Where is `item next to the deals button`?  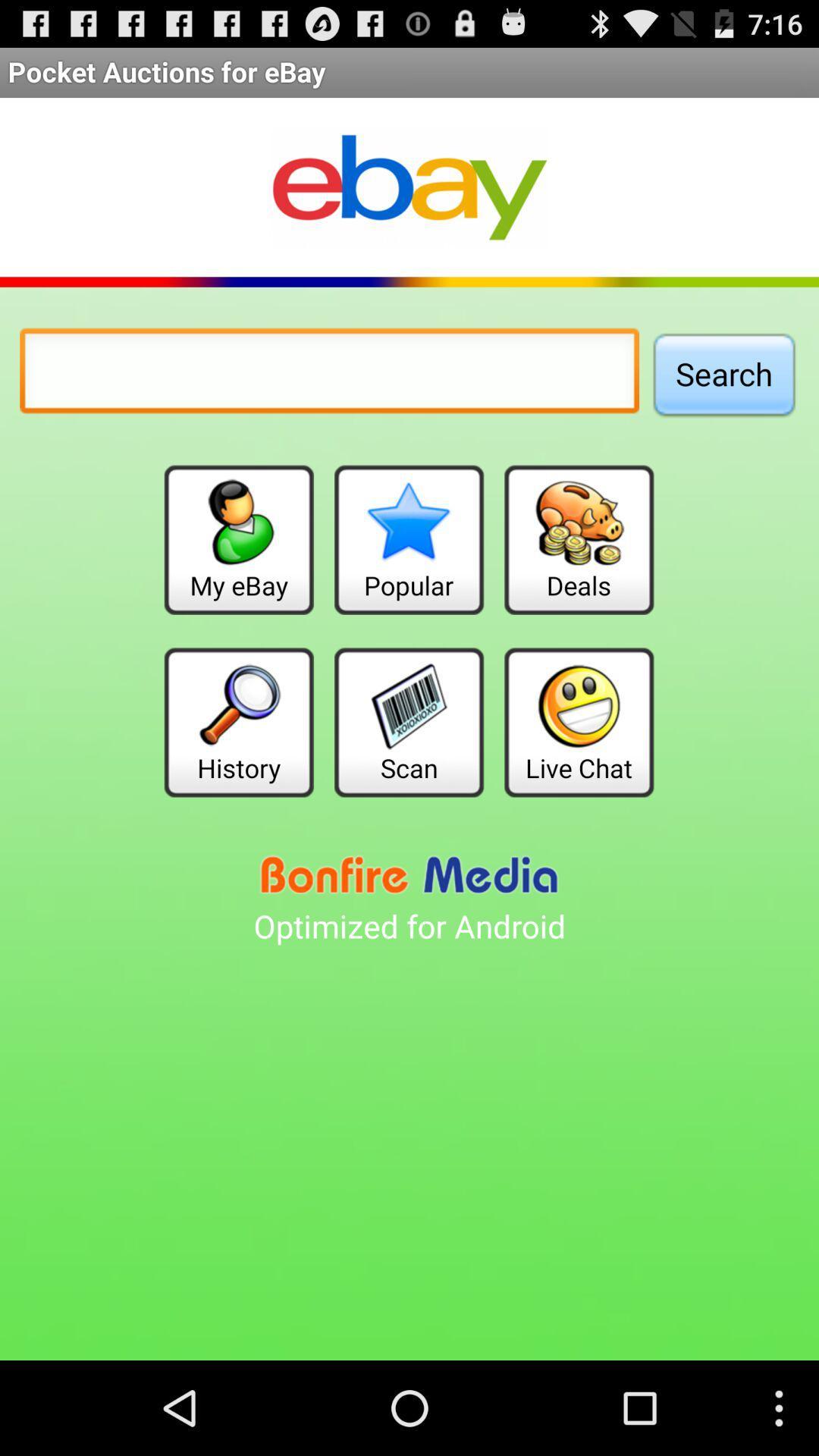
item next to the deals button is located at coordinates (408, 540).